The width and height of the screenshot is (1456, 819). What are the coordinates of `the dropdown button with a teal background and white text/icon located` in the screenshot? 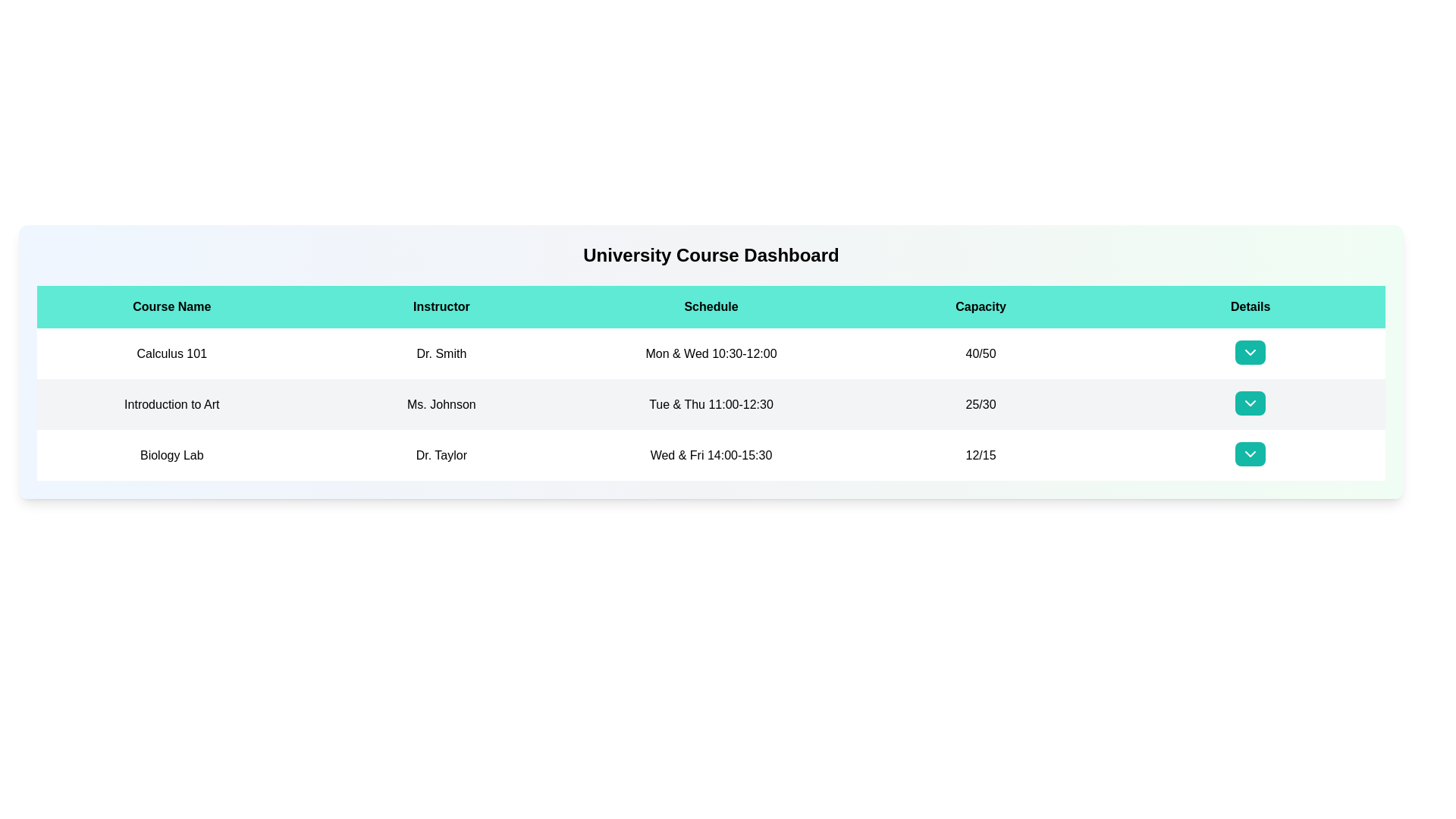 It's located at (1250, 353).